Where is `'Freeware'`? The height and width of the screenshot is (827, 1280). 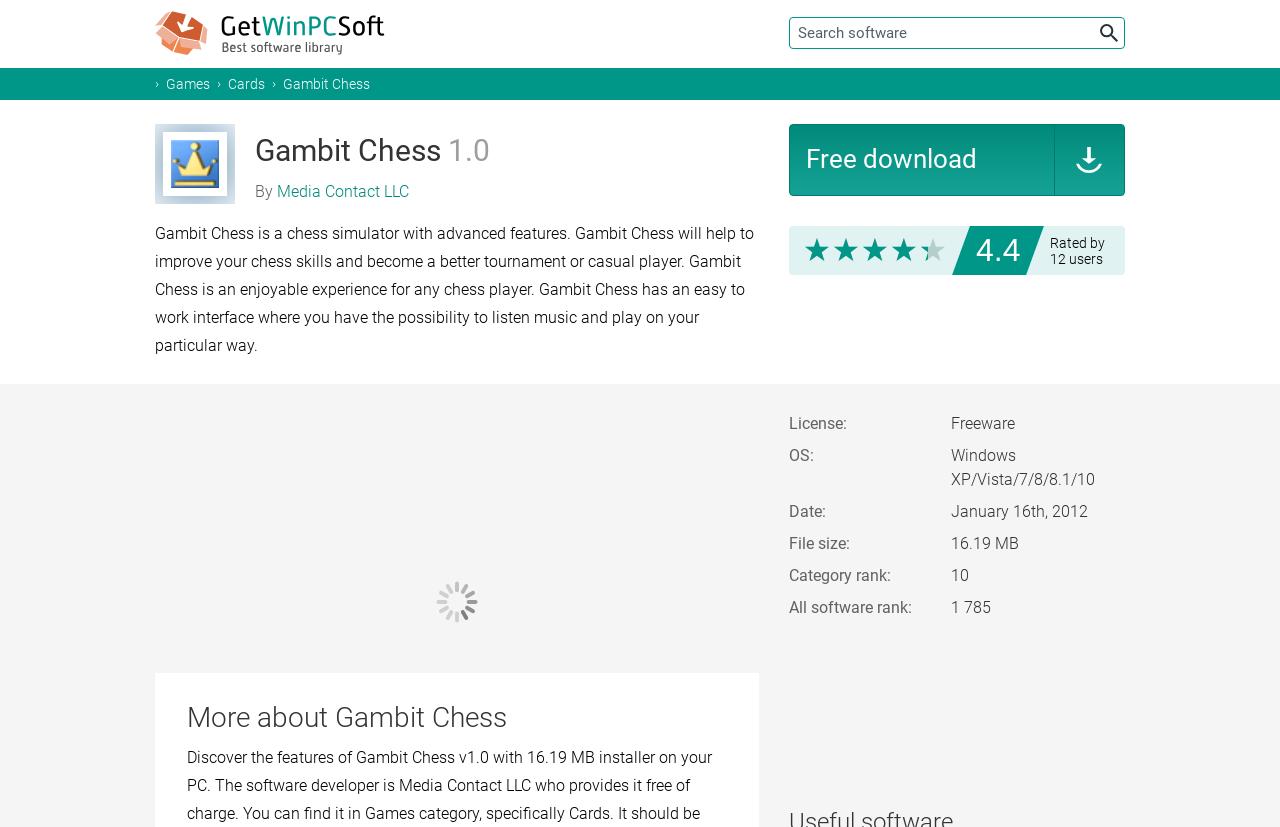 'Freeware' is located at coordinates (950, 422).